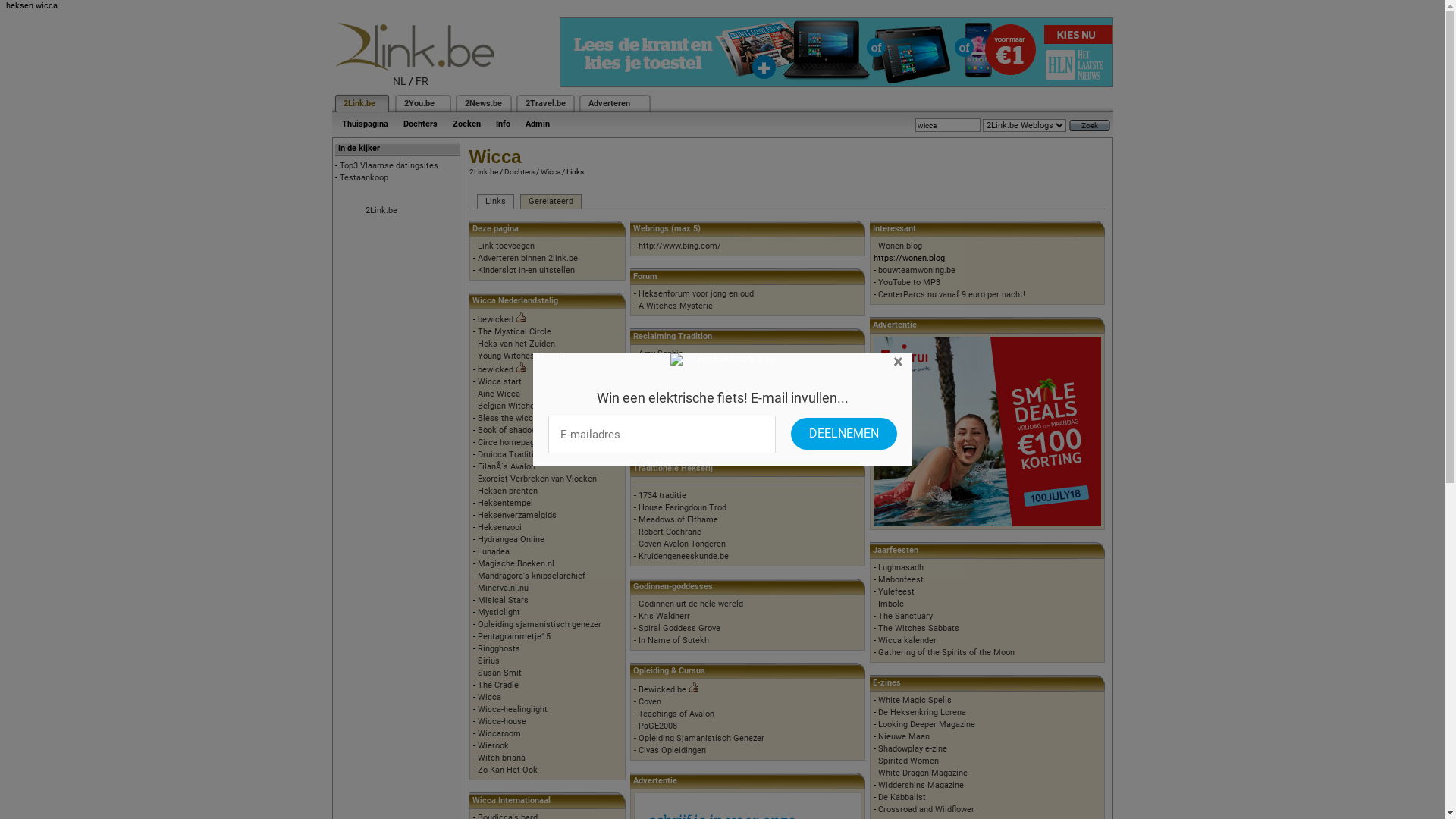  Describe the element at coordinates (675, 306) in the screenshot. I see `'A Witches Mysterie'` at that location.